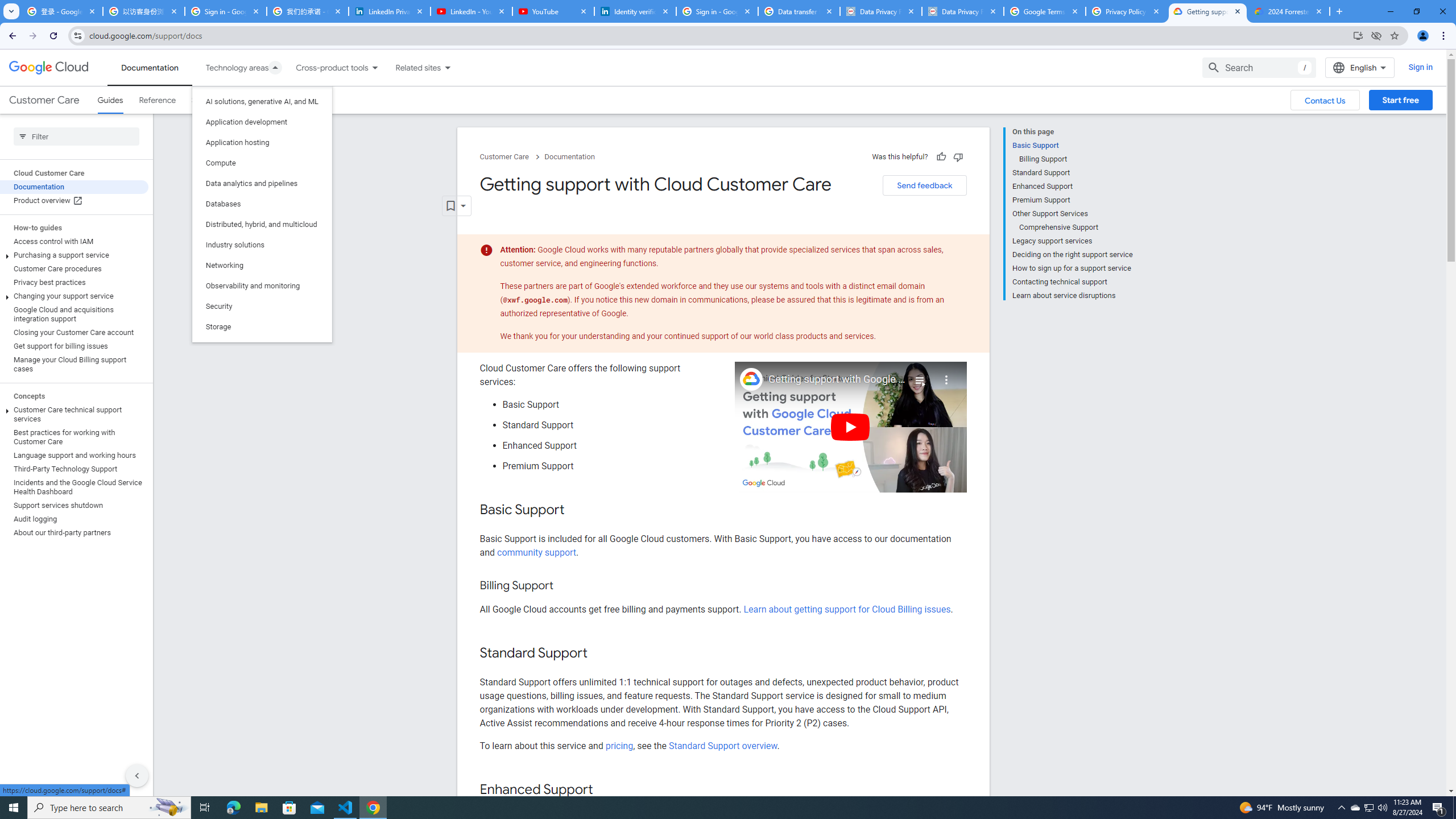  Describe the element at coordinates (136, 775) in the screenshot. I see `'Hide side navigation'` at that location.